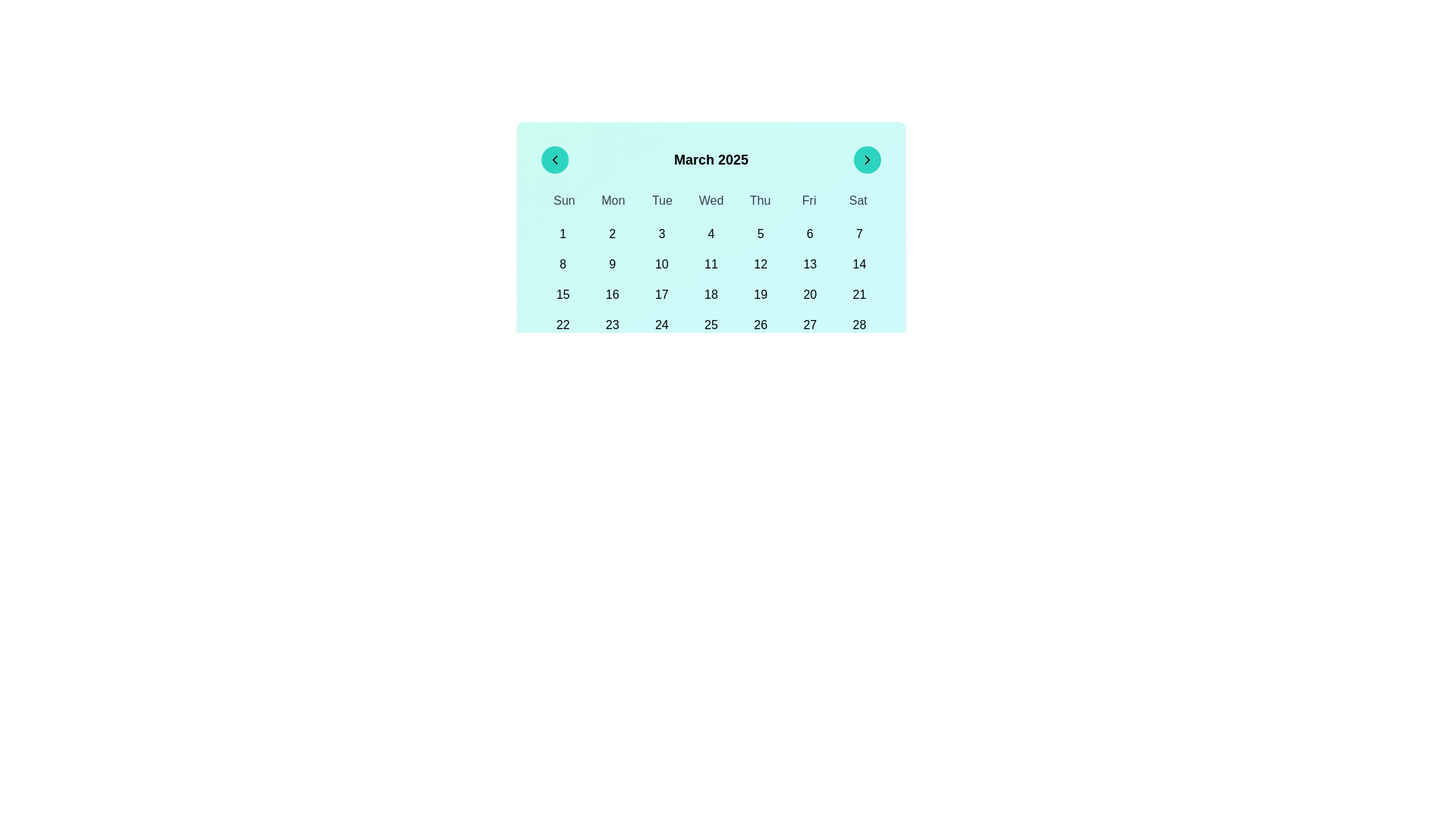 The height and width of the screenshot is (819, 1456). What do you see at coordinates (859, 324) in the screenshot?
I see `the text element displaying the number '28' in a calendar grid` at bounding box center [859, 324].